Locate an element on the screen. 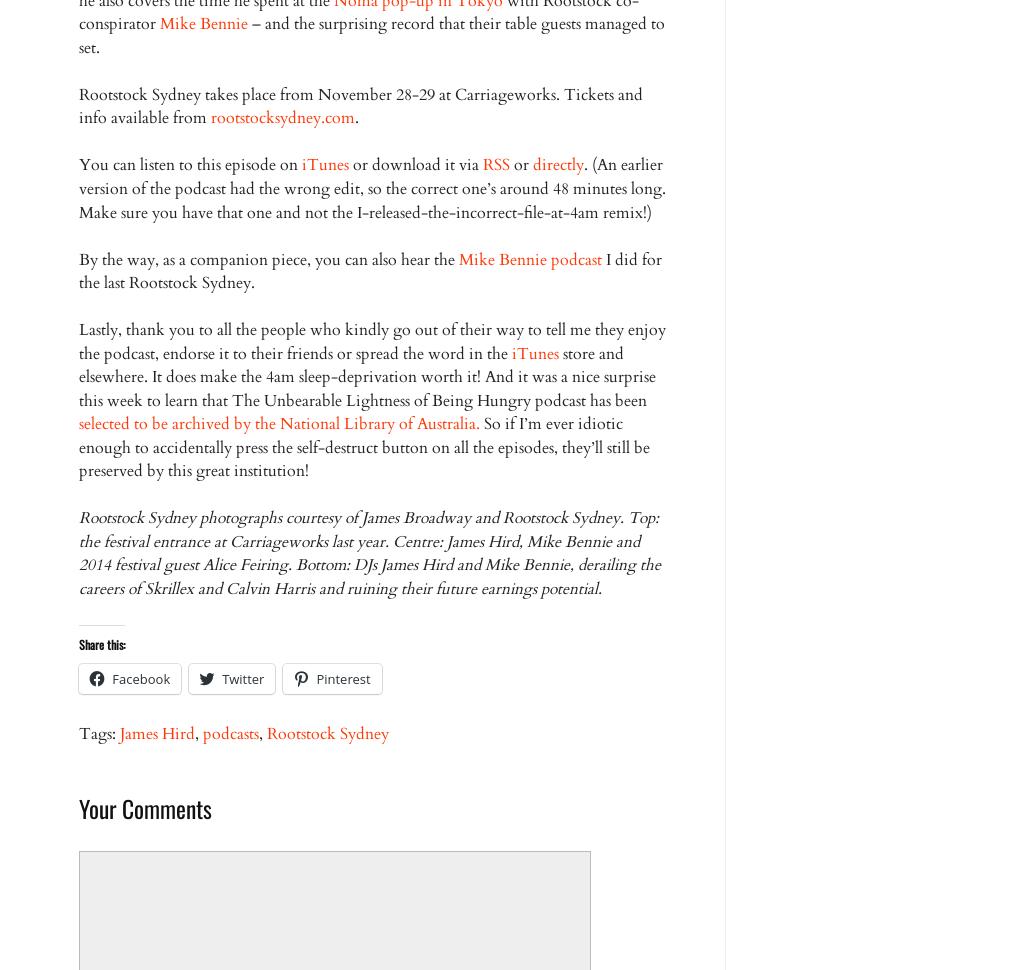 This screenshot has height=970, width=1013. 'podcasts' is located at coordinates (229, 732).